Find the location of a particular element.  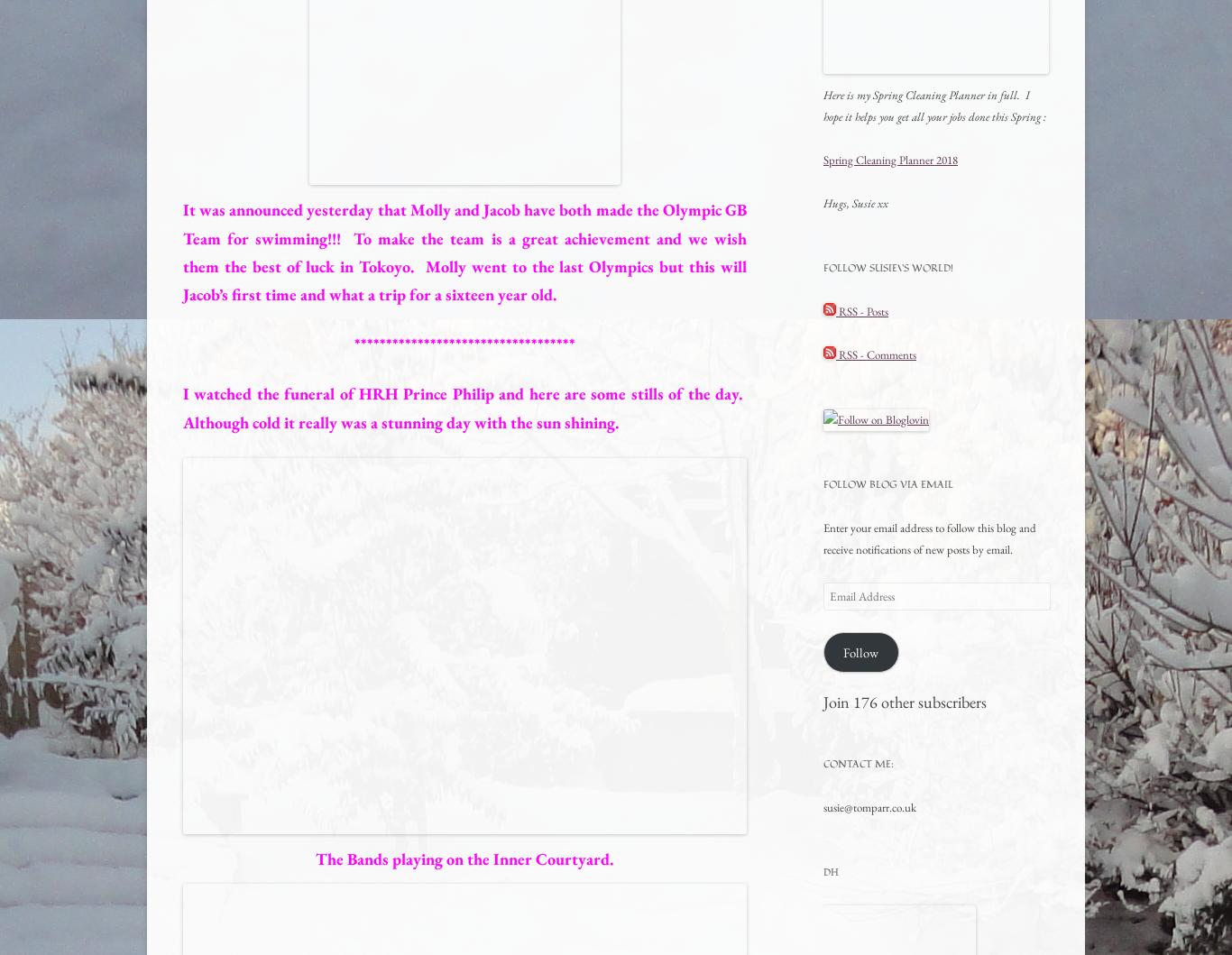

'The Bands playing on the Inner Courtyard.' is located at coordinates (464, 858).